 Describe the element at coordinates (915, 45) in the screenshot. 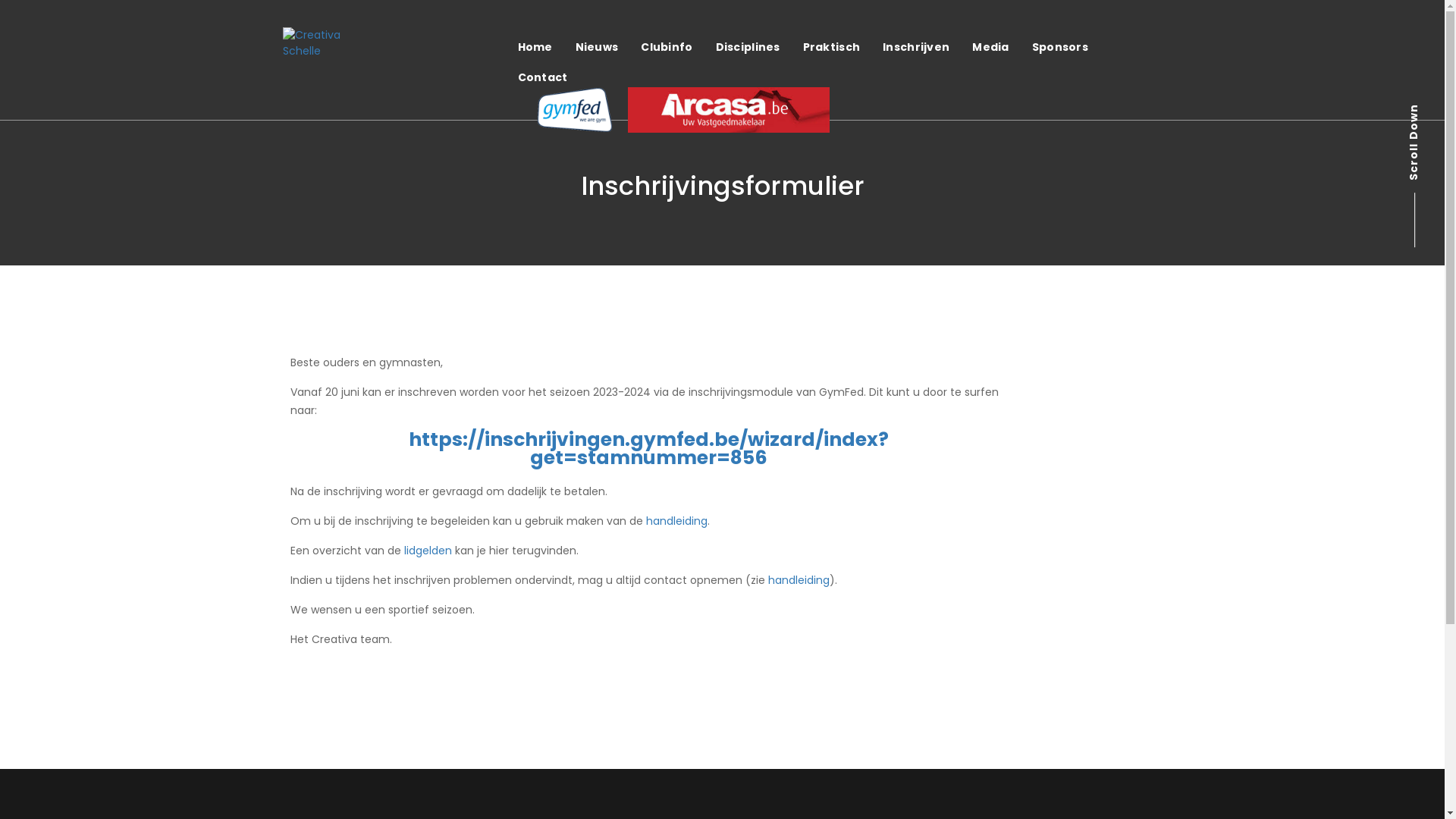

I see `'Inschrijven'` at that location.